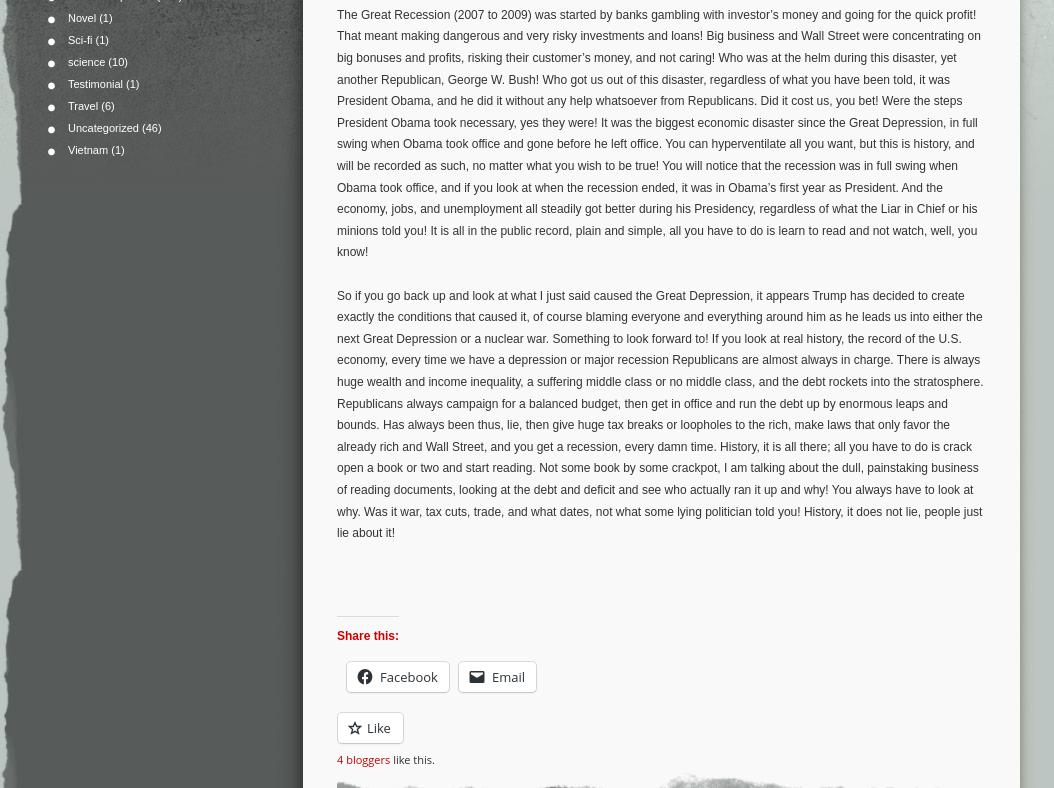 The image size is (1054, 788). Describe the element at coordinates (367, 633) in the screenshot. I see `'Share this:'` at that location.